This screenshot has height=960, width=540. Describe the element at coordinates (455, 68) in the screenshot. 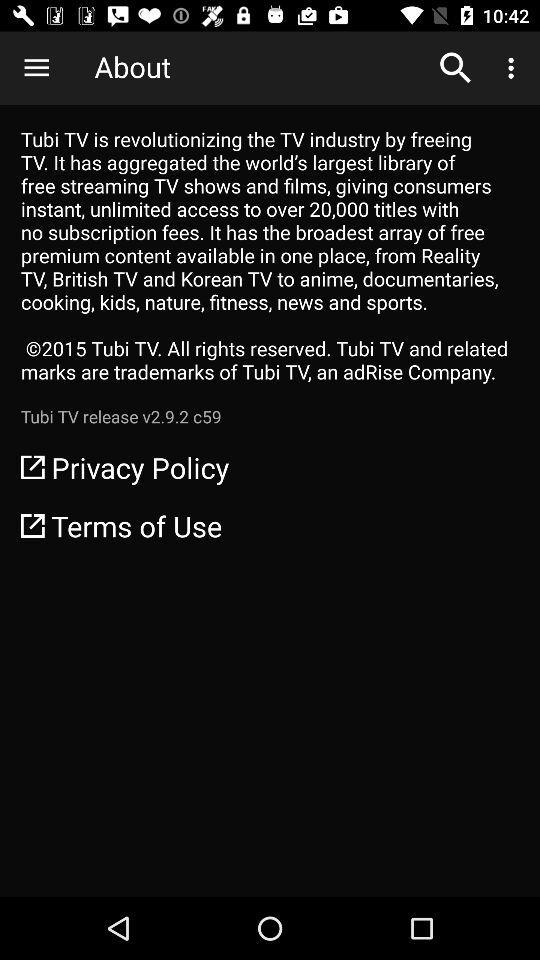

I see `the icon above tubi tv is` at that location.